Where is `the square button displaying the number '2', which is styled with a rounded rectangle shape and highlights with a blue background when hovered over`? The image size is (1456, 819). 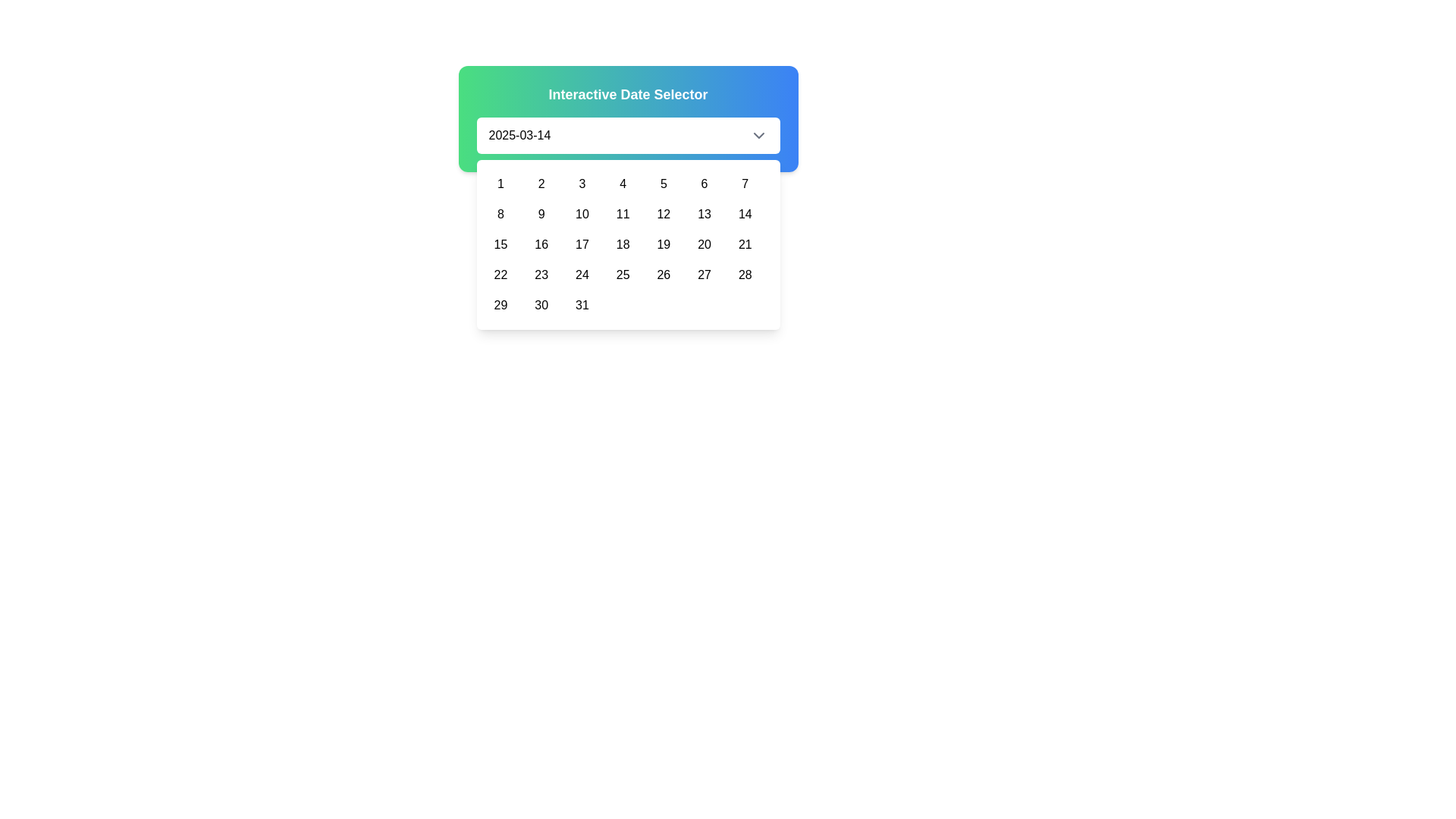
the square button displaying the number '2', which is styled with a rounded rectangle shape and highlights with a blue background when hovered over is located at coordinates (541, 184).